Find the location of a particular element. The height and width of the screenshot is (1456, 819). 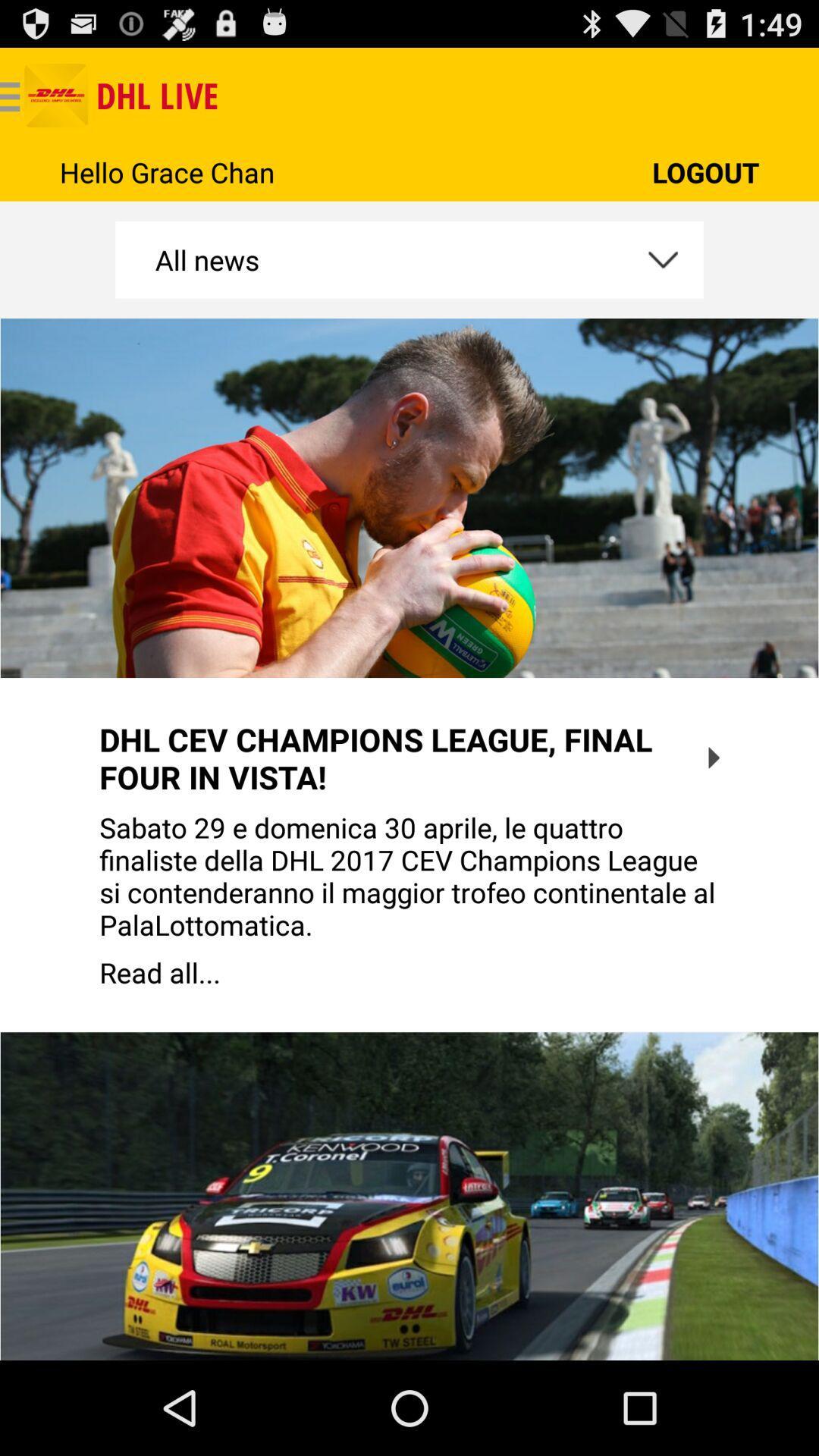

app to the right of the dhl cev champions is located at coordinates (714, 758).